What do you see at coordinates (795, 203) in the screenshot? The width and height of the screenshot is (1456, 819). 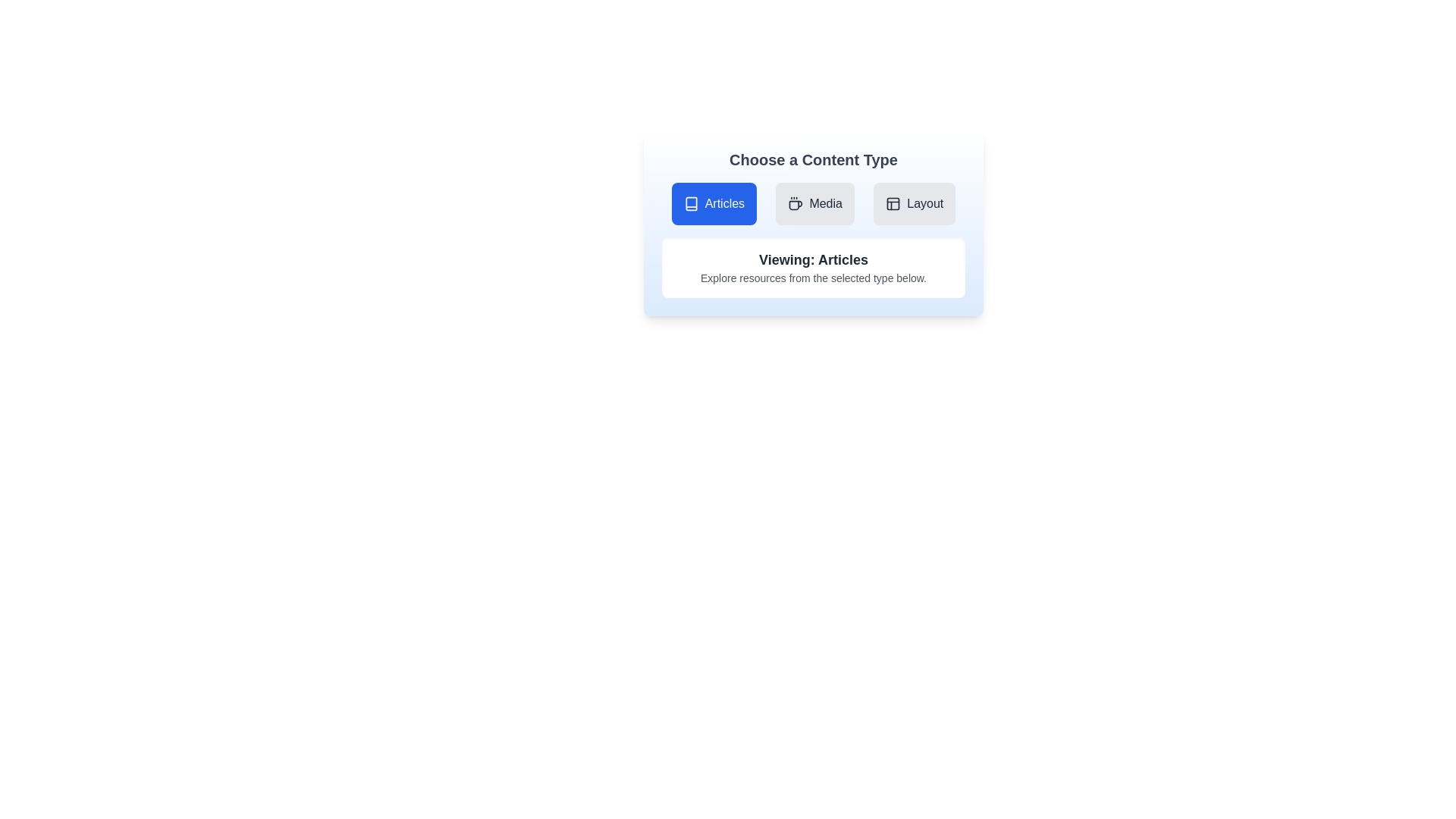 I see `the decorative icon that emphasizes the 'Media' category located in the center of the interface` at bounding box center [795, 203].